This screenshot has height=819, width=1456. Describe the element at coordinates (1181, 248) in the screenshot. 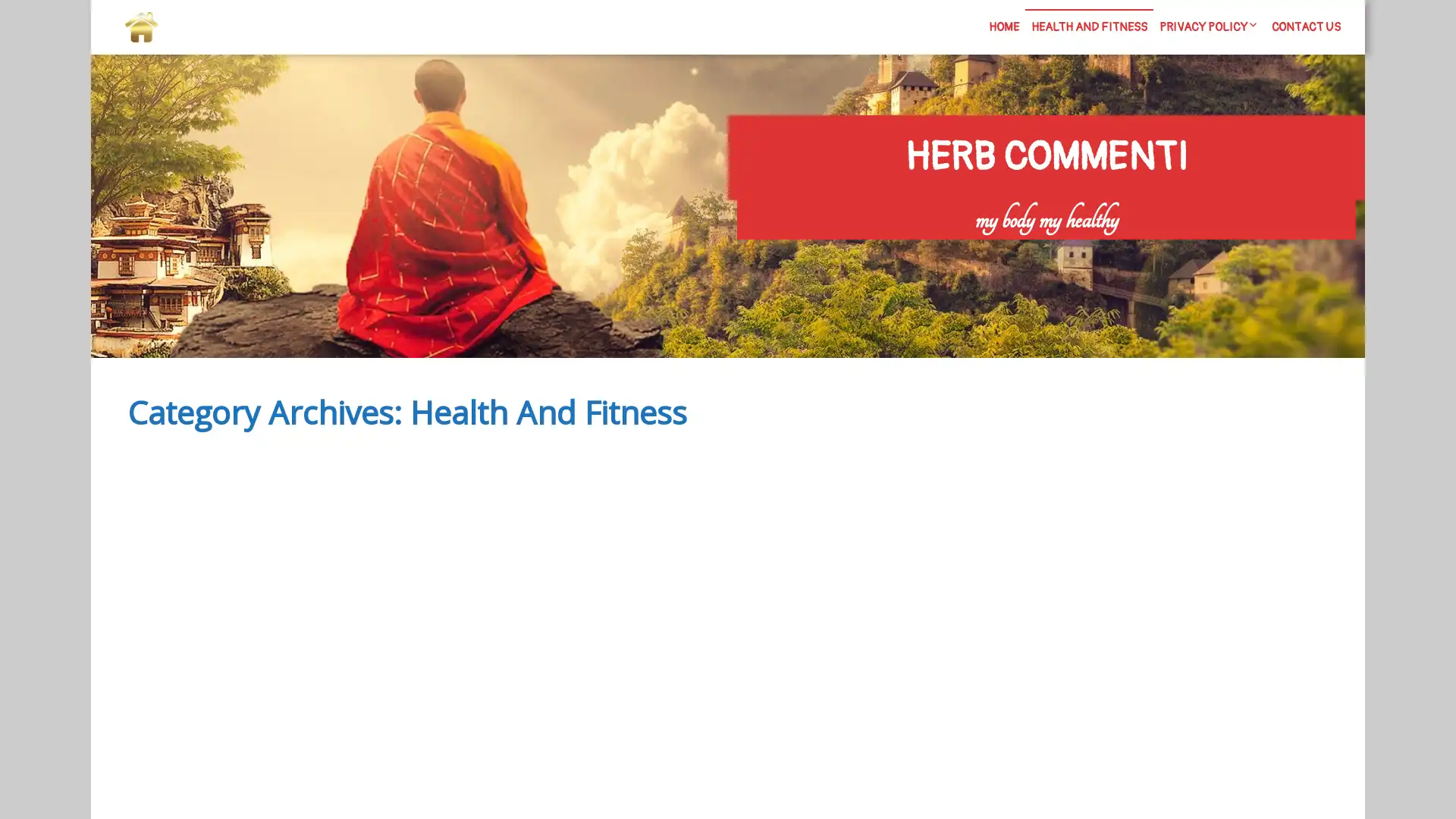

I see `Search` at that location.